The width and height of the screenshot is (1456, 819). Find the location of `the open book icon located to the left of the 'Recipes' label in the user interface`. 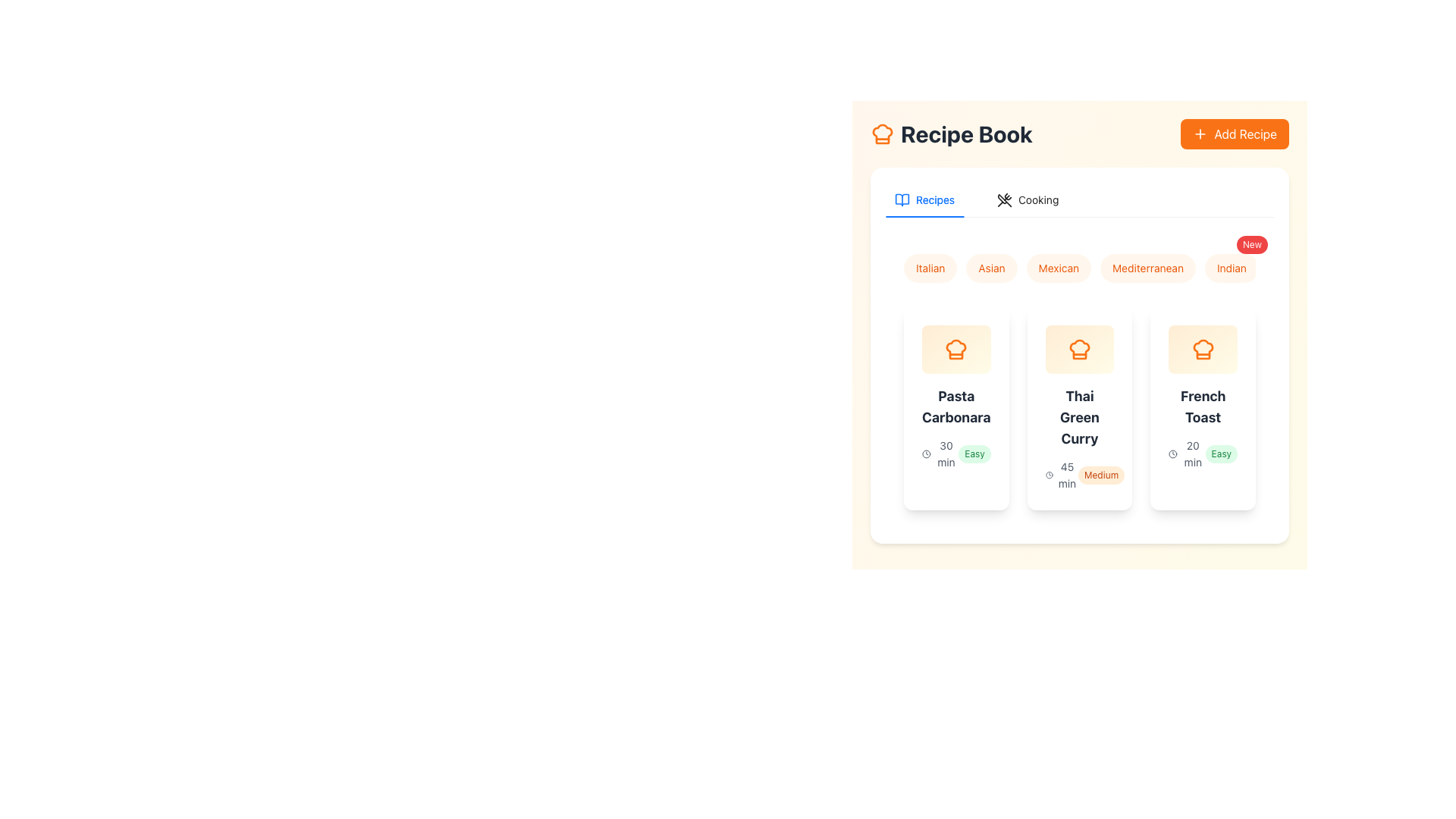

the open book icon located to the left of the 'Recipes' label in the user interface is located at coordinates (902, 199).